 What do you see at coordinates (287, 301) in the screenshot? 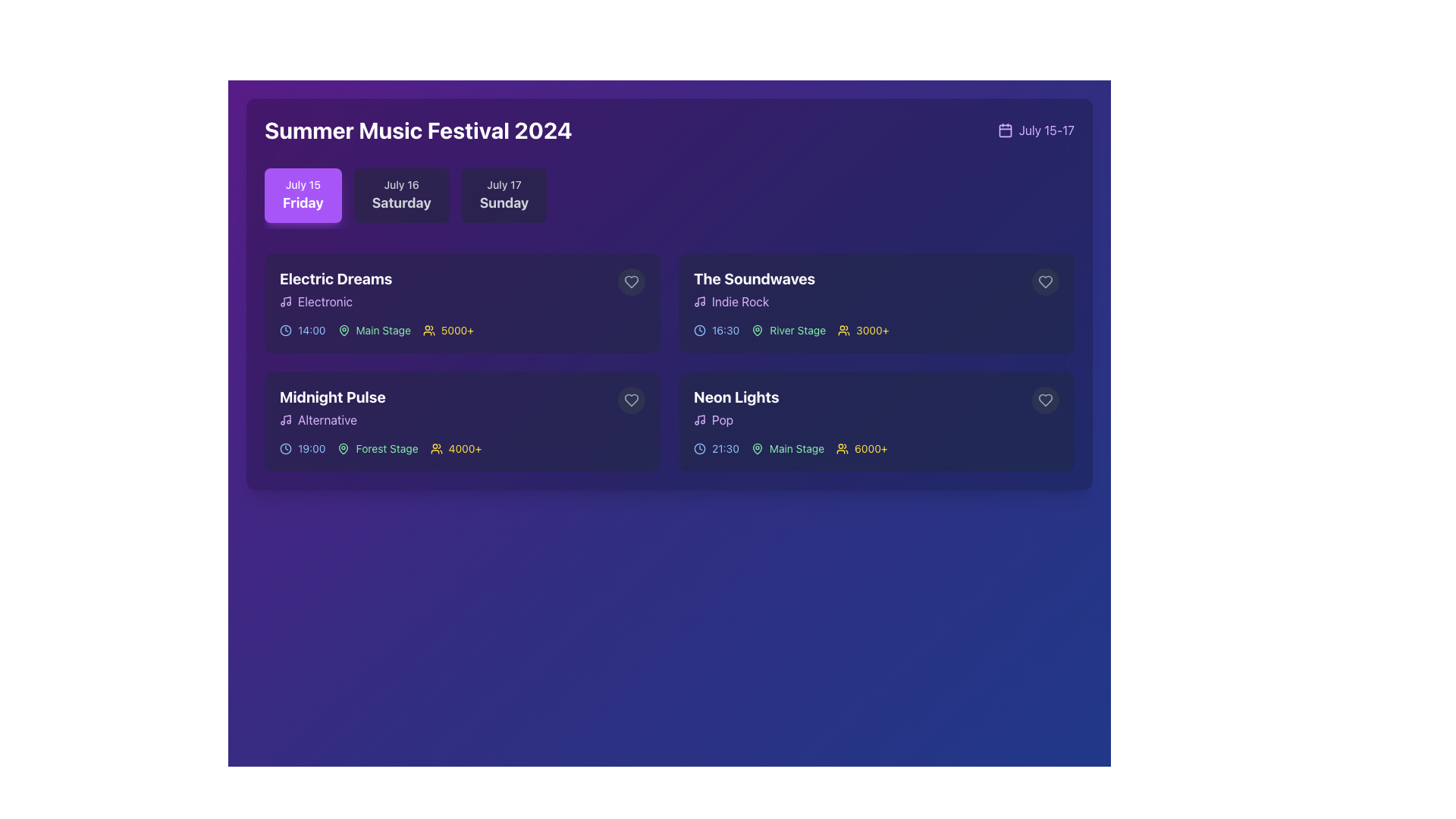
I see `the music genre icon represented as an SVG within the 'Electric Dreams' event card` at bounding box center [287, 301].